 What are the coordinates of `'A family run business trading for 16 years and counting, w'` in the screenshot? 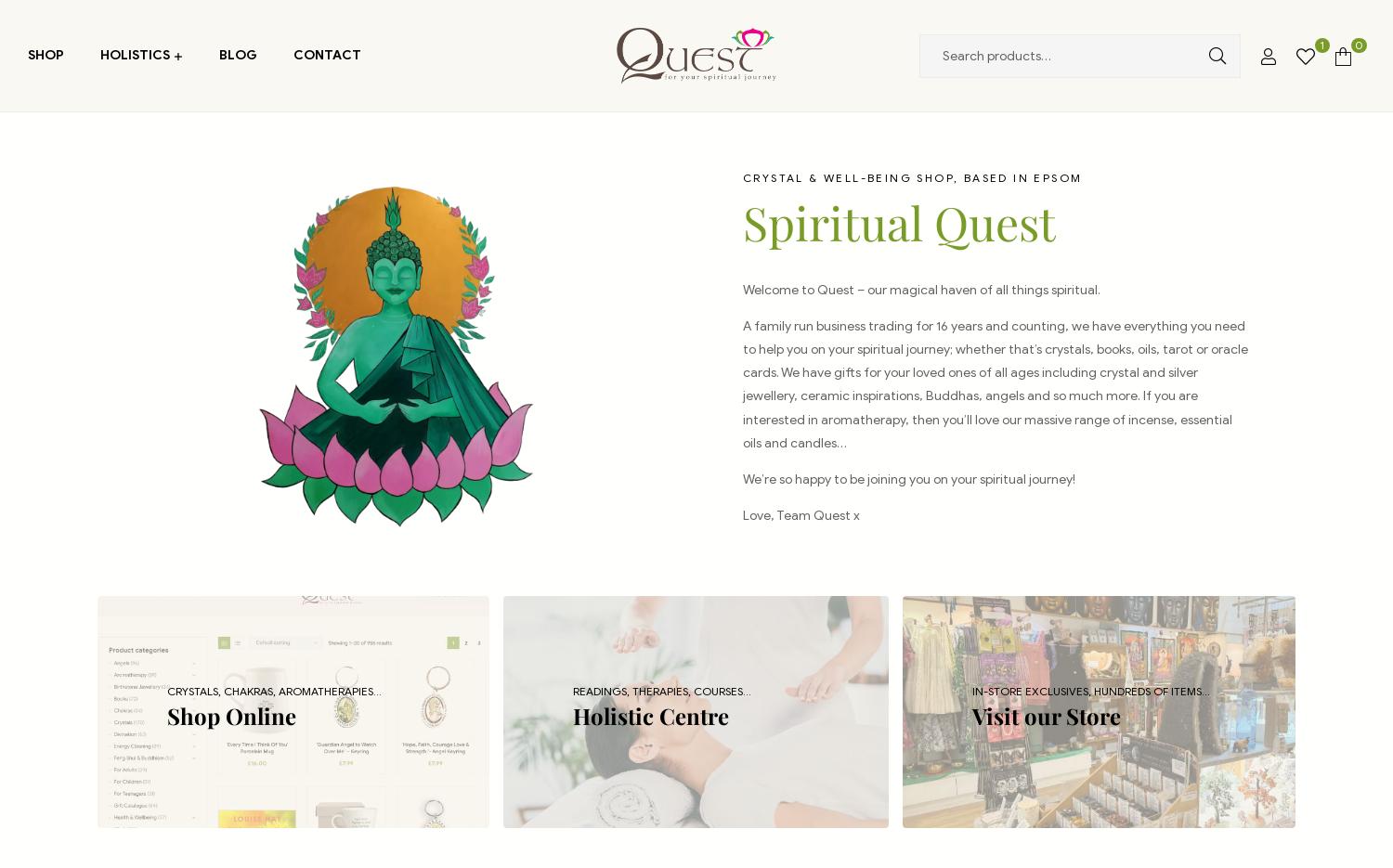 It's located at (911, 324).